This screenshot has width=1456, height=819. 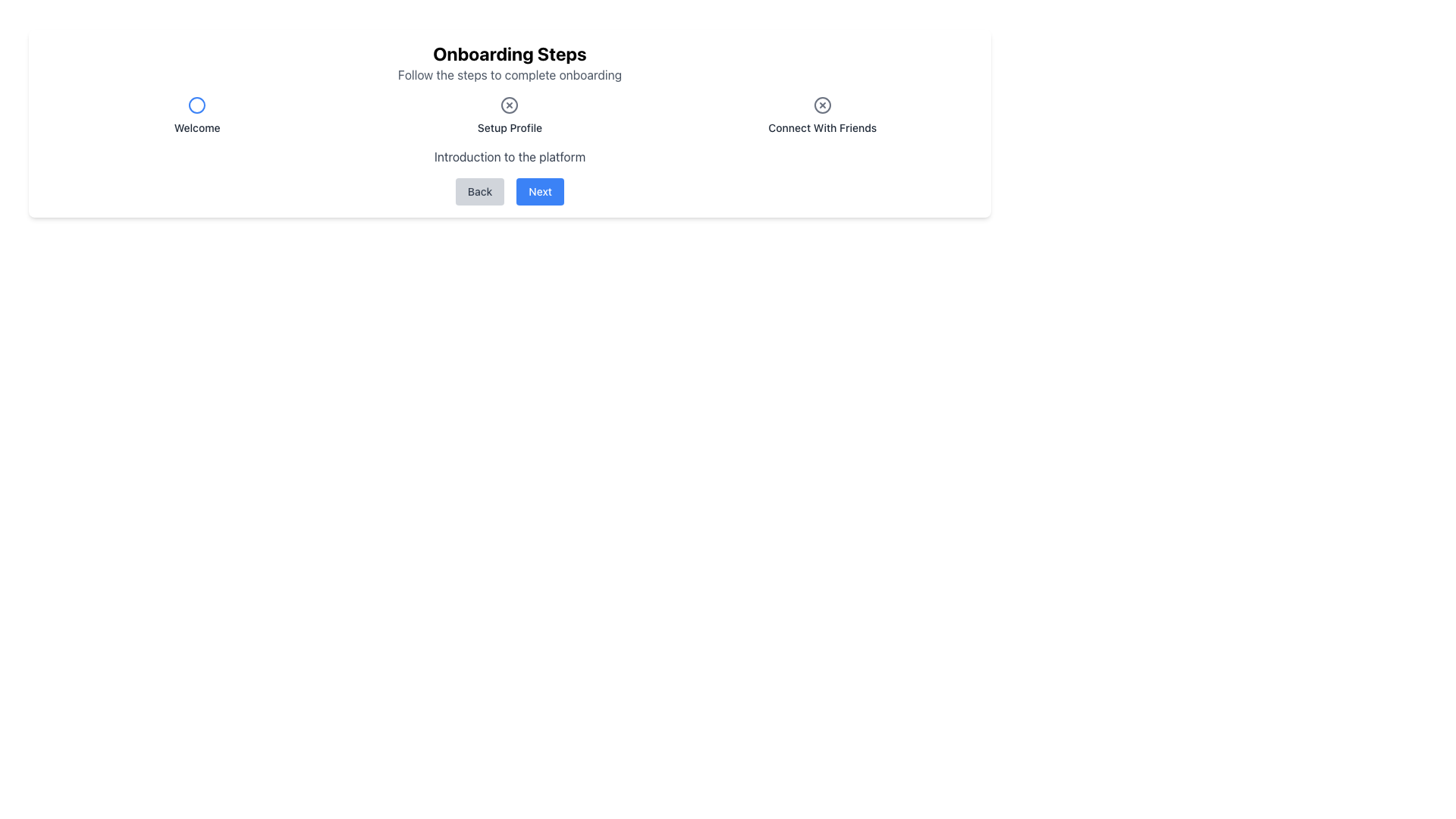 What do you see at coordinates (821, 104) in the screenshot?
I see `the circular icon with a cross sign, which is located in the upper right section of the onboarding step card next to 'Connect With Friends'` at bounding box center [821, 104].